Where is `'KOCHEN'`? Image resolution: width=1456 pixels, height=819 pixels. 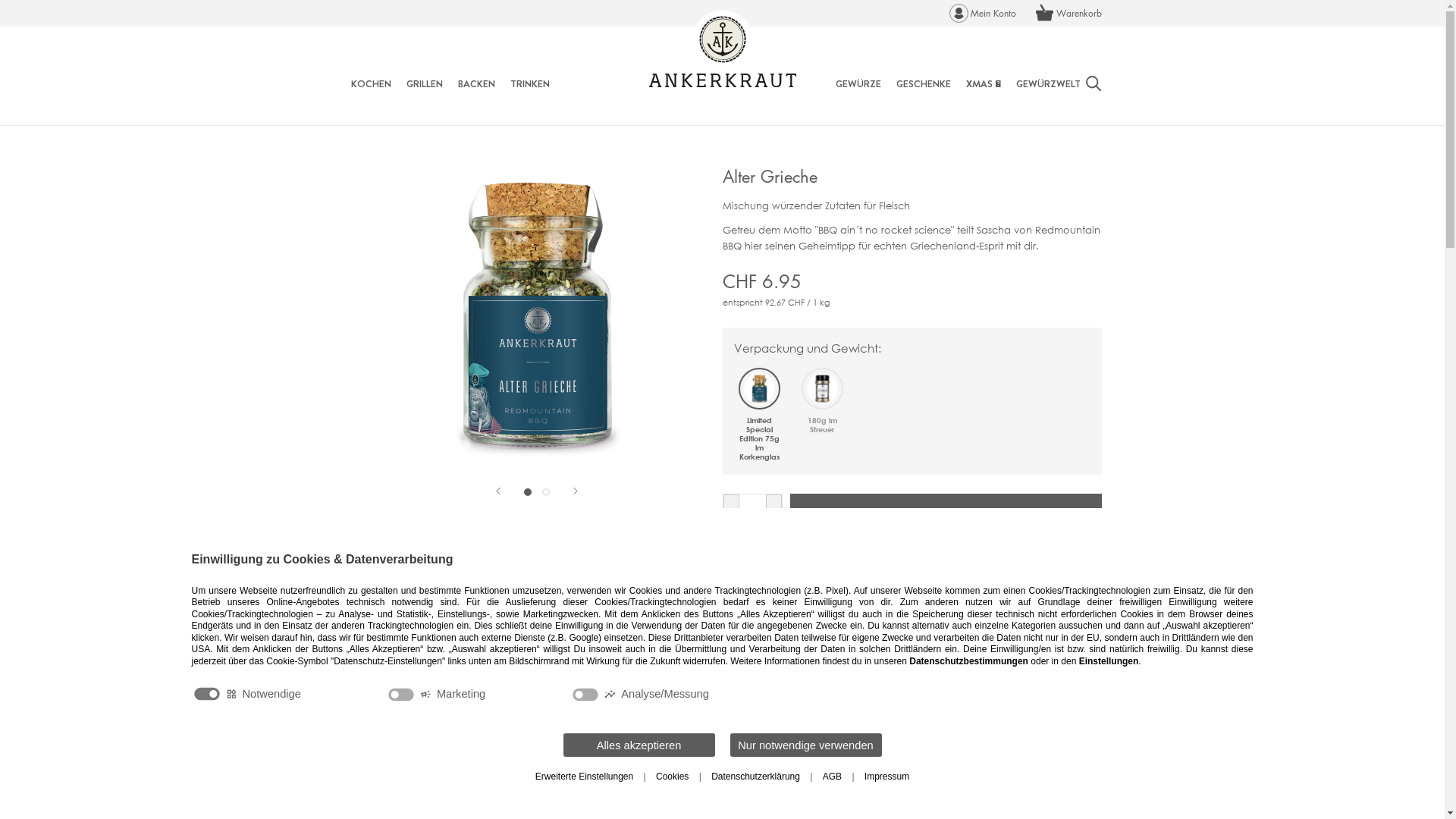 'KOCHEN' is located at coordinates (370, 83).